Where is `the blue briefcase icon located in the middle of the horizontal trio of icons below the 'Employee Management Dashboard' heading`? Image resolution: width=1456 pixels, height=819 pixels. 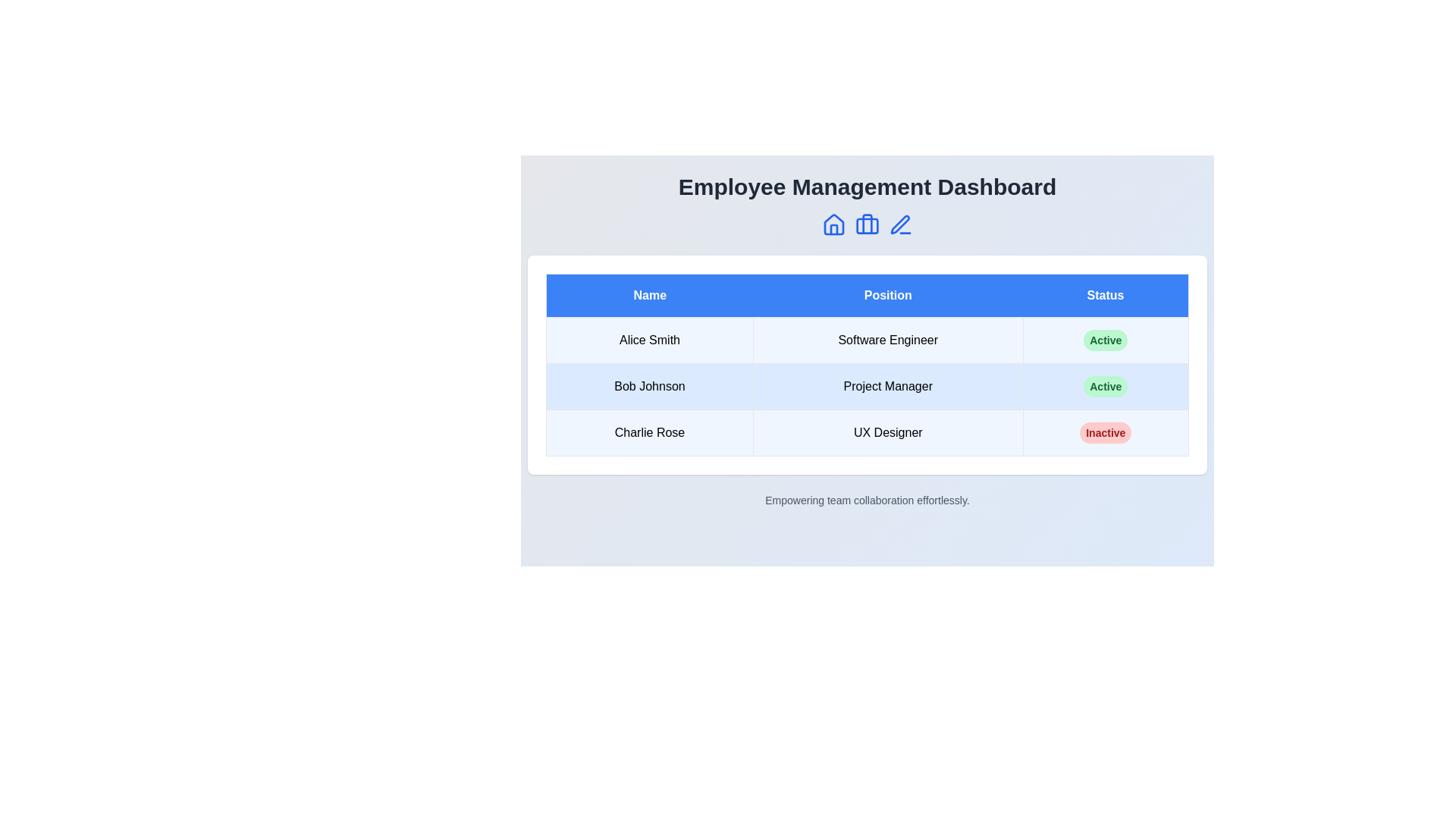
the blue briefcase icon located in the middle of the horizontal trio of icons below the 'Employee Management Dashboard' heading is located at coordinates (867, 225).